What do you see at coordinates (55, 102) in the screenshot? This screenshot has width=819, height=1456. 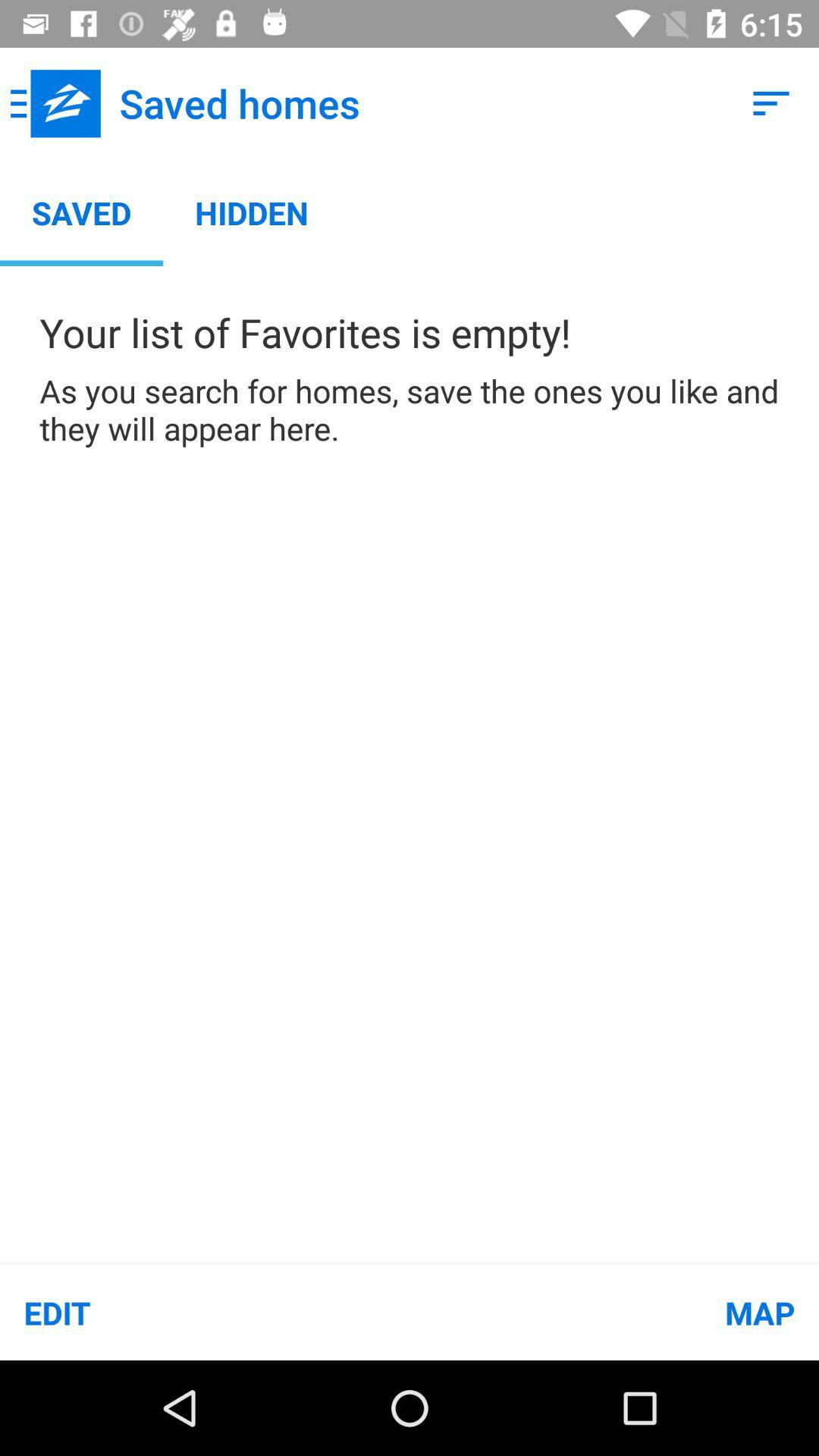 I see `icon above the saved app` at bounding box center [55, 102].